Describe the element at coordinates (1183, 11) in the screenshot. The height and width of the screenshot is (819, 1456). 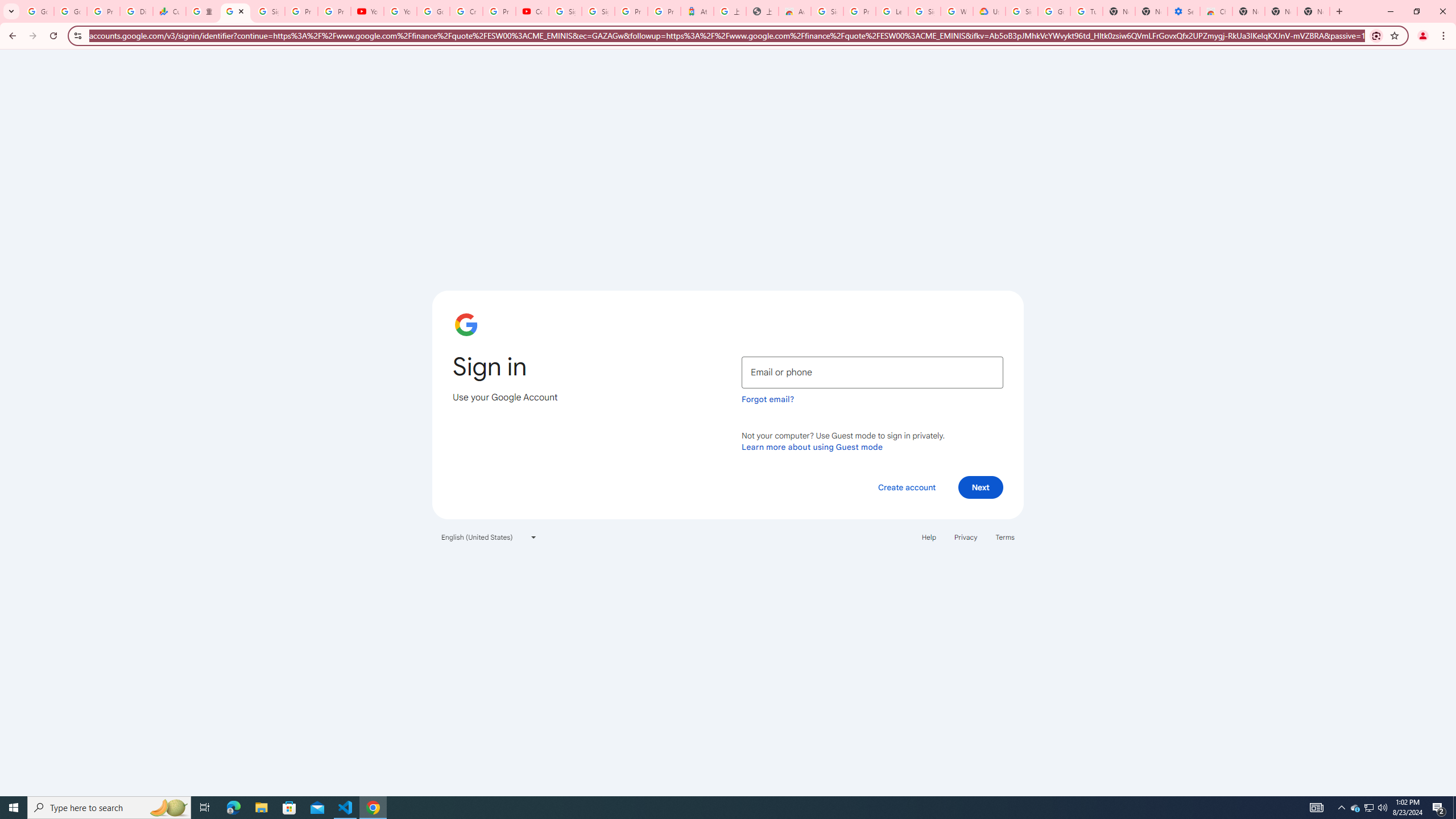
I see `'Settings - Accessibility'` at that location.